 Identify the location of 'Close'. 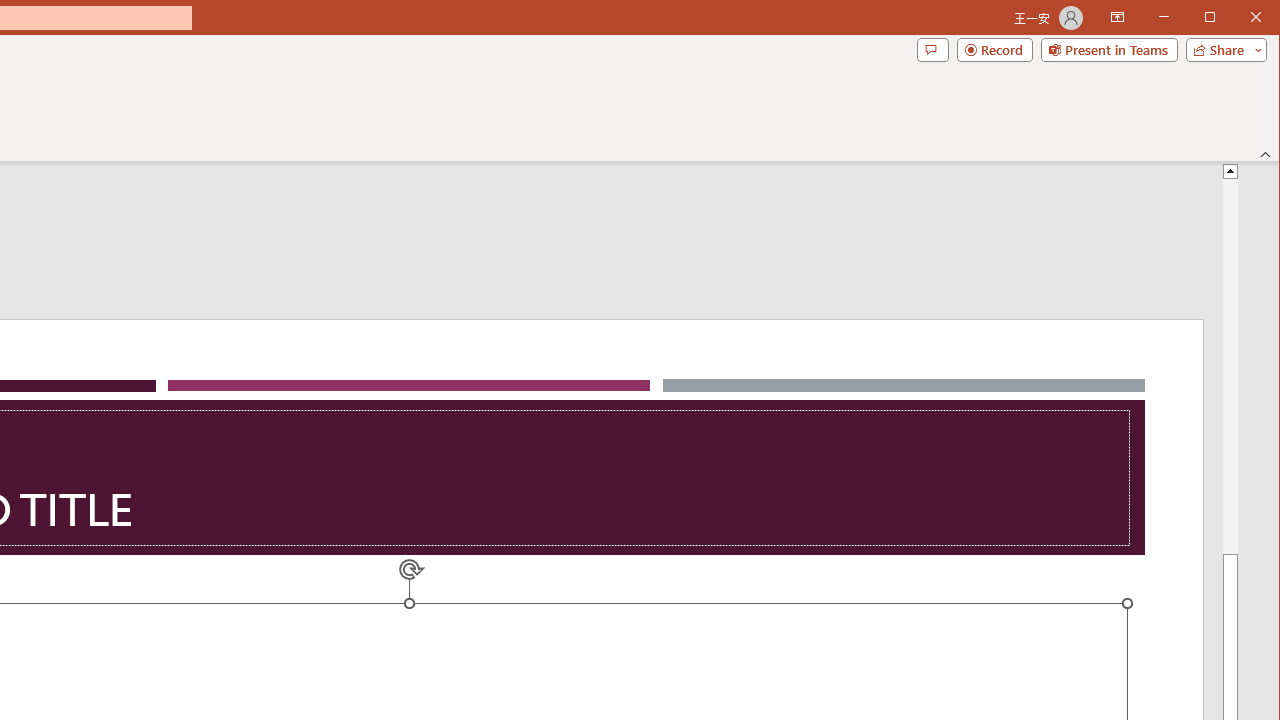
(1260, 19).